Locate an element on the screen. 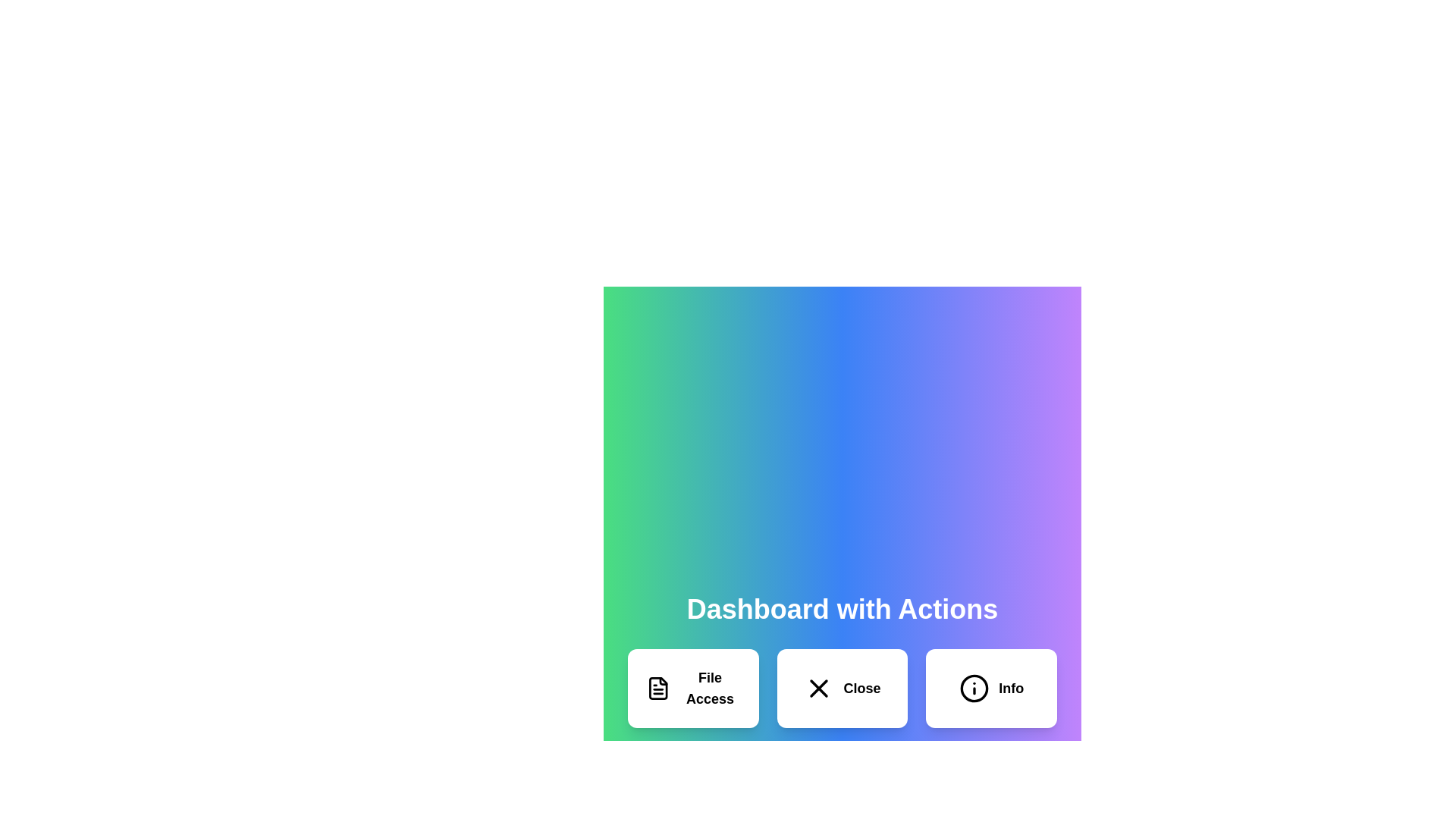 This screenshot has height=819, width=1456. the information icon, which is an encircled 'i' with a black outline, located within the 'Info' button on the right side of three action buttons below the 'Dashboard with Actions' title is located at coordinates (974, 688).